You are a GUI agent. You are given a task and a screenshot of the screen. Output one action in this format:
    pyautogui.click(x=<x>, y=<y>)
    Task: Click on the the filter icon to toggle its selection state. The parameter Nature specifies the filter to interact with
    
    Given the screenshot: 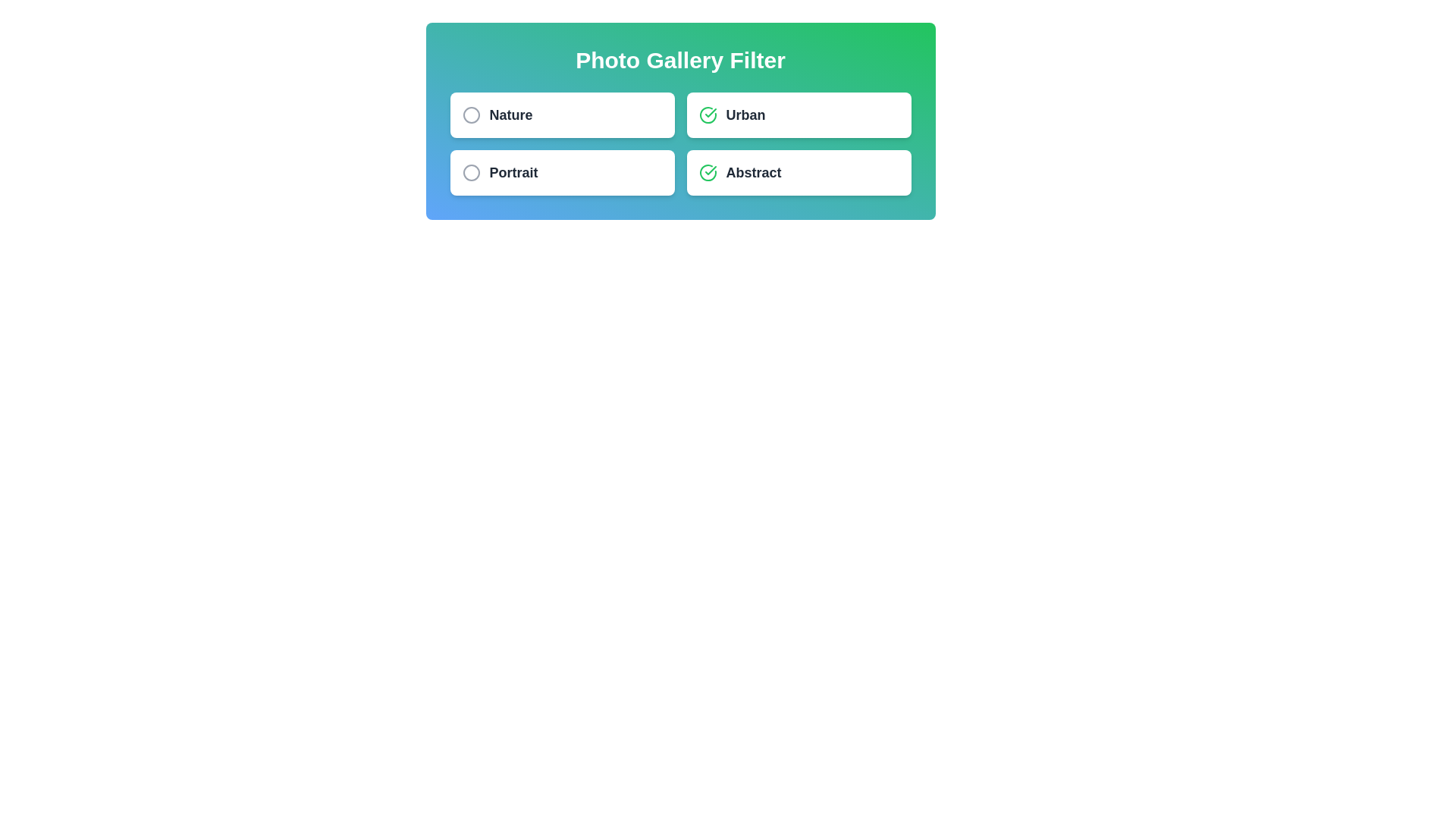 What is the action you would take?
    pyautogui.click(x=470, y=114)
    